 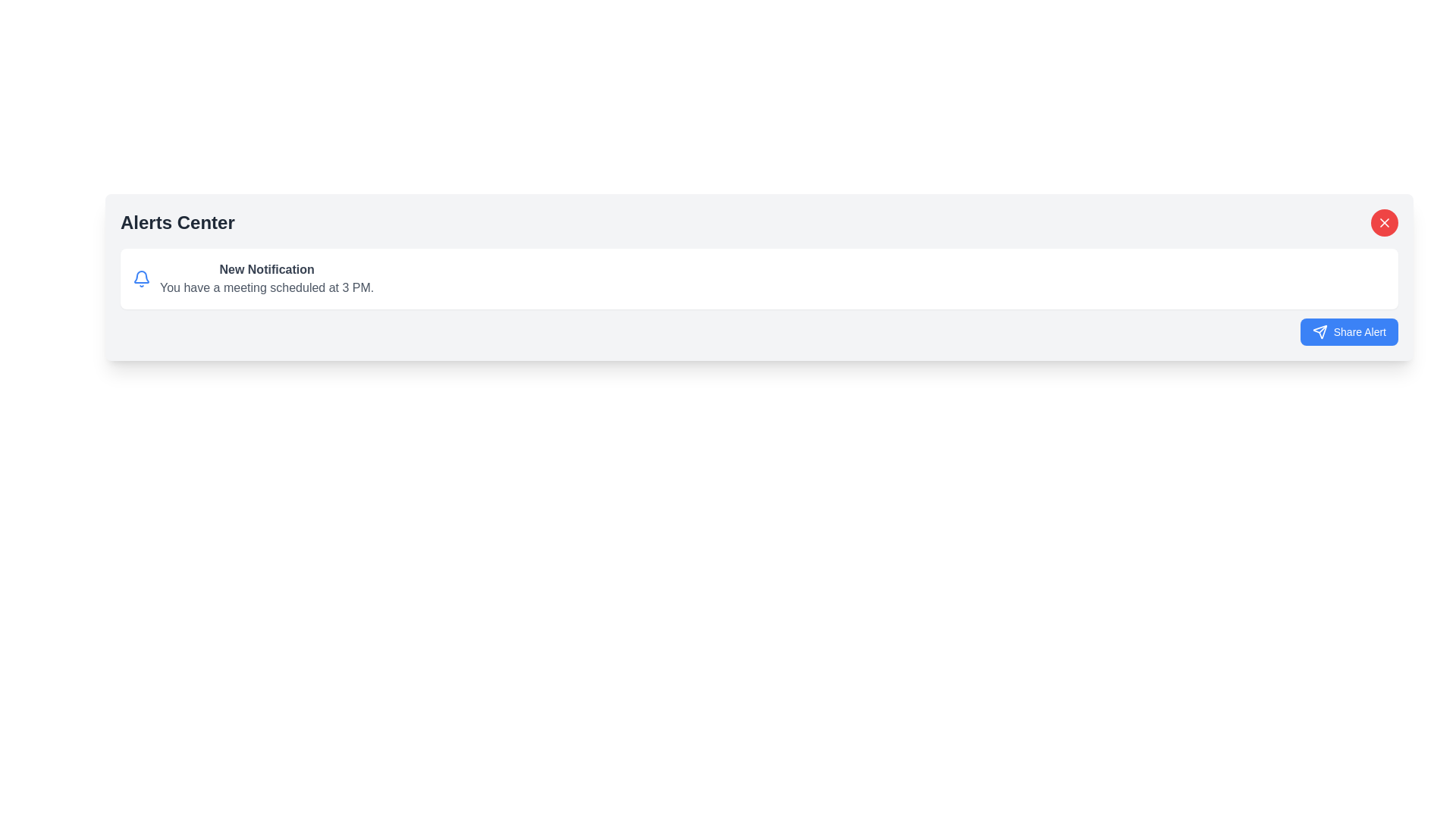 What do you see at coordinates (266, 278) in the screenshot?
I see `the text display component that informs the user about a scheduled meeting at 3 PM, located within the 'Alerts Center' area, to interact with its functionality` at bounding box center [266, 278].